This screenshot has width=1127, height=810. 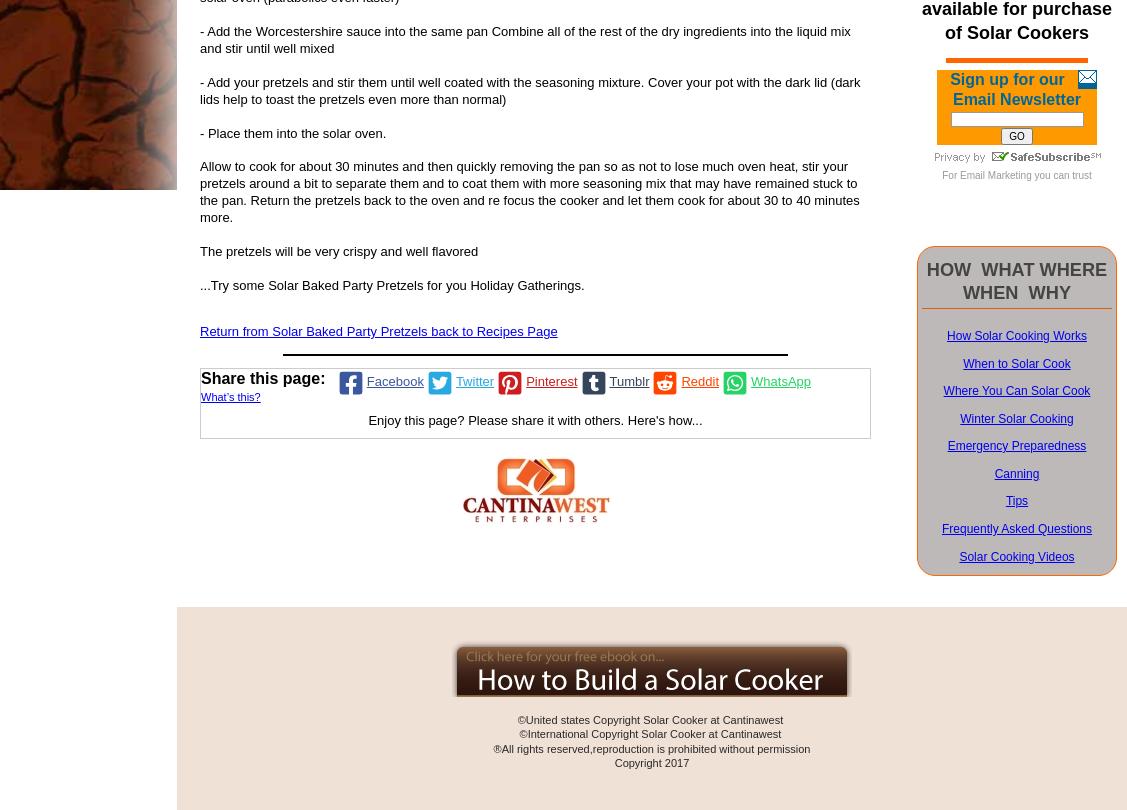 What do you see at coordinates (474, 380) in the screenshot?
I see `'Twitter'` at bounding box center [474, 380].